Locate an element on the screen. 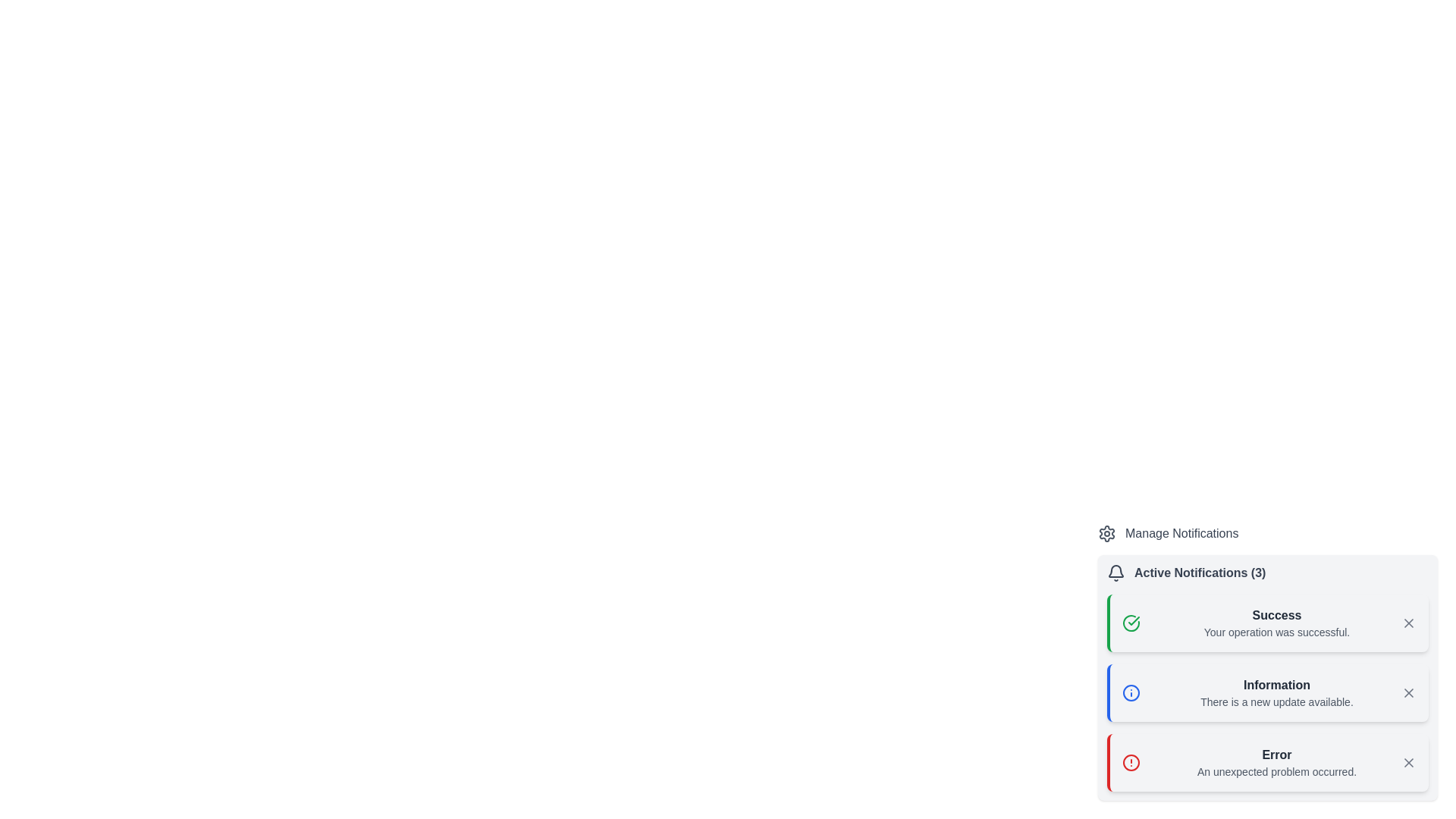 Image resolution: width=1456 pixels, height=819 pixels. the text label or clickable link for managing notification settings, located to the right of the gear icon is located at coordinates (1181, 533).